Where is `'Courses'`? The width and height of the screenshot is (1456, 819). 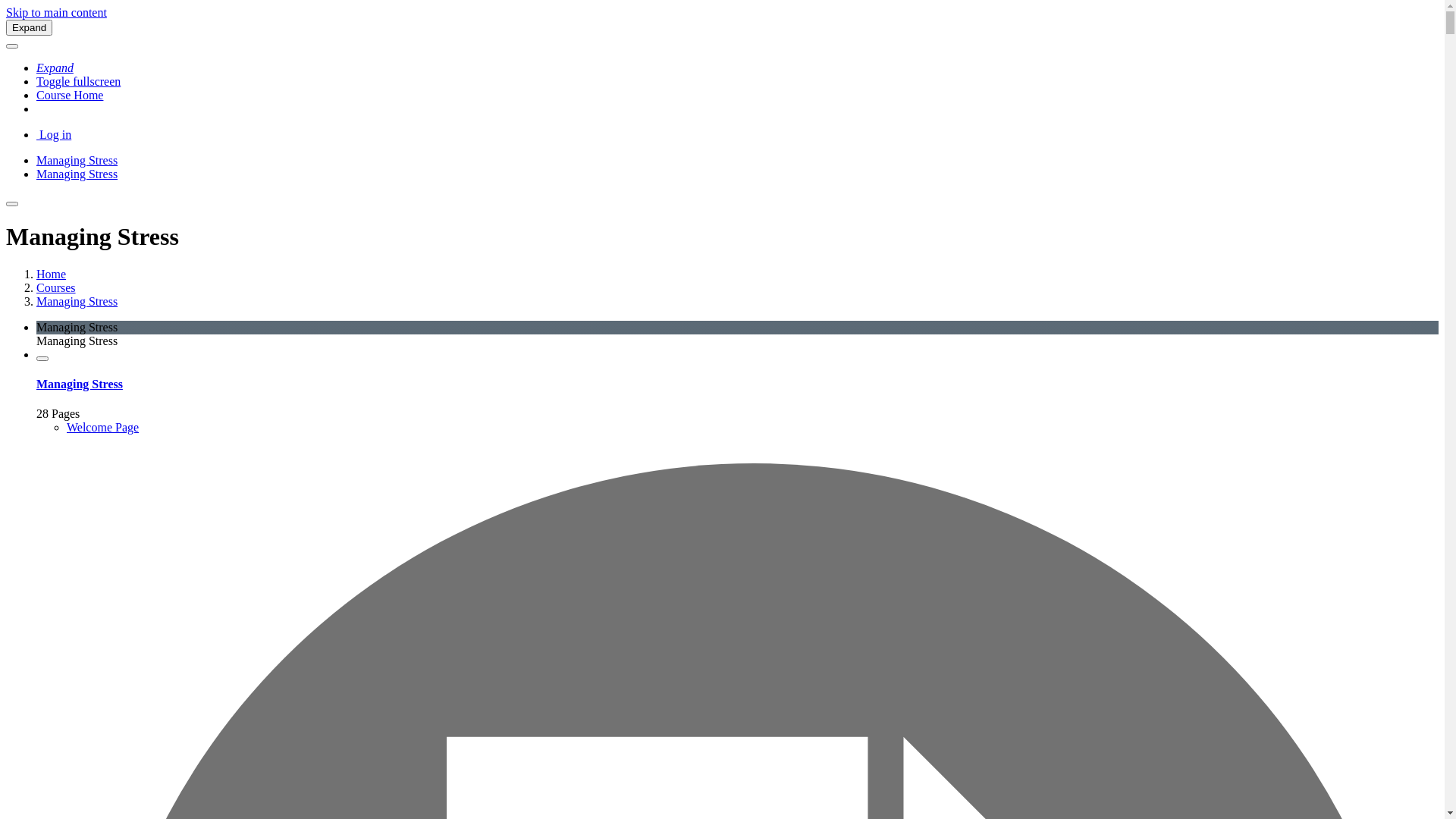
'Courses' is located at coordinates (55, 287).